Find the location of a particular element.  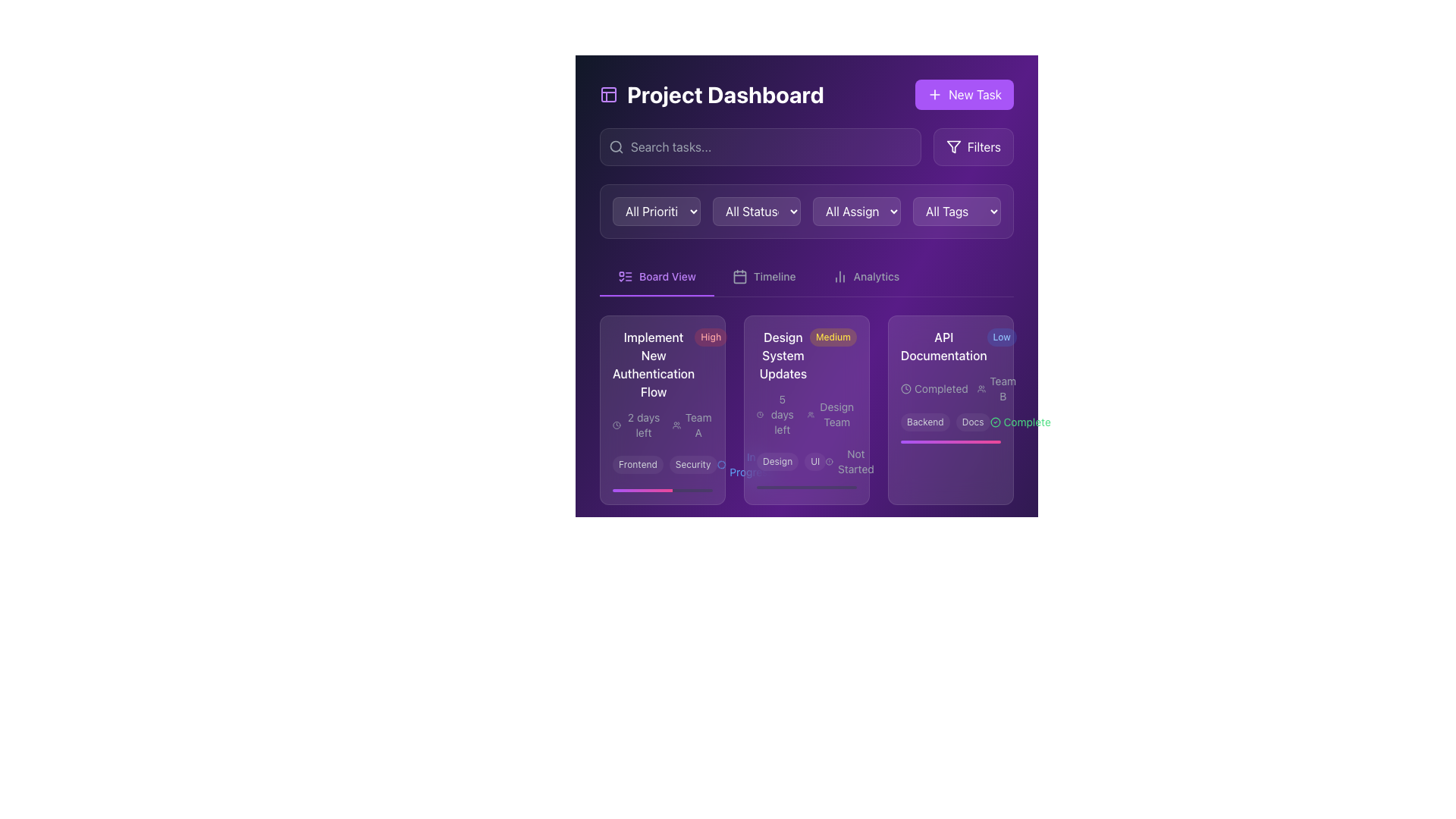

the Label badge indicating the priority level of the task in the 'Design System Updates' card, located at the top right corner next to the card title is located at coordinates (833, 336).